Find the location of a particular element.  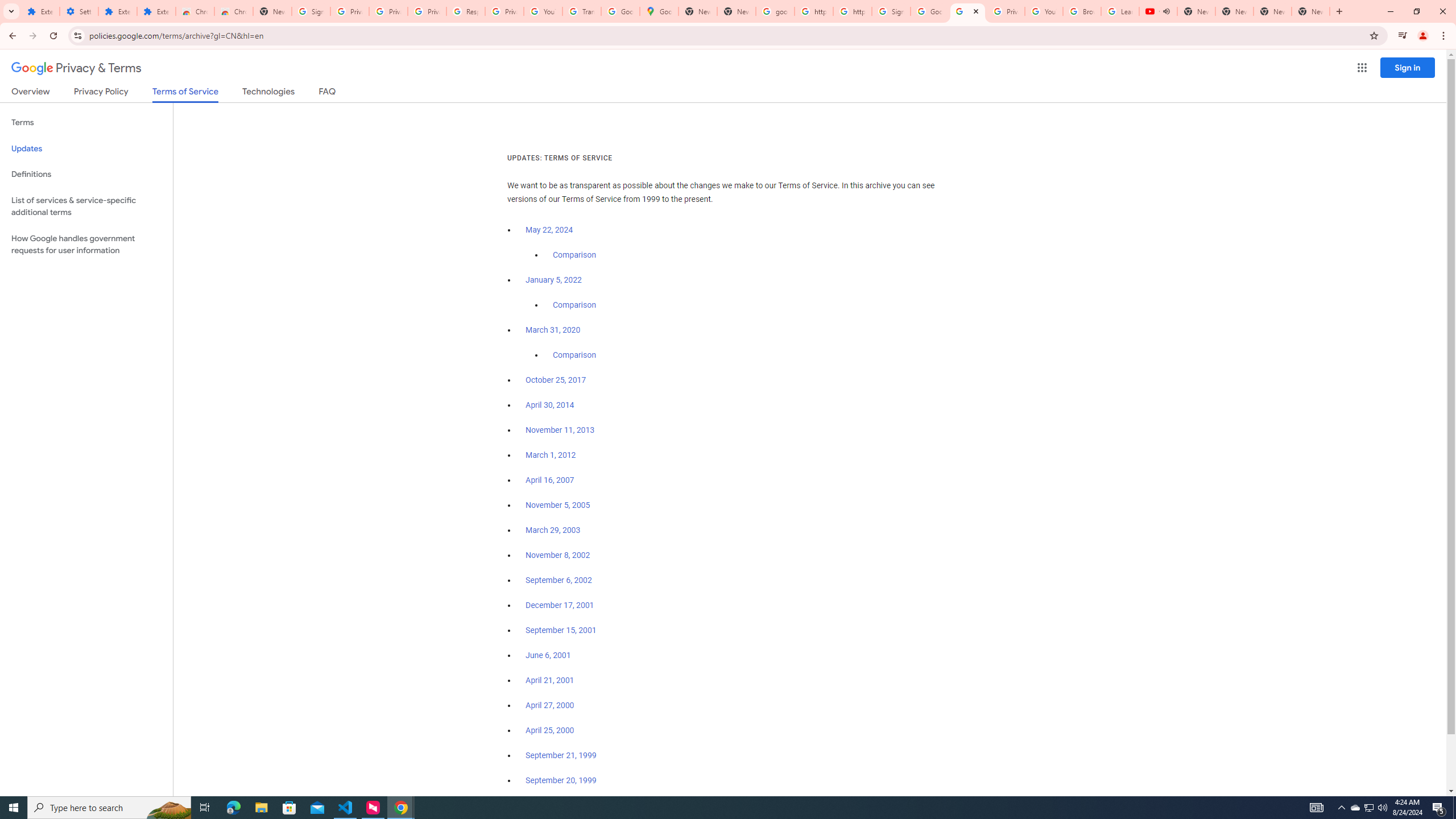

'YouTube' is located at coordinates (1043, 11).